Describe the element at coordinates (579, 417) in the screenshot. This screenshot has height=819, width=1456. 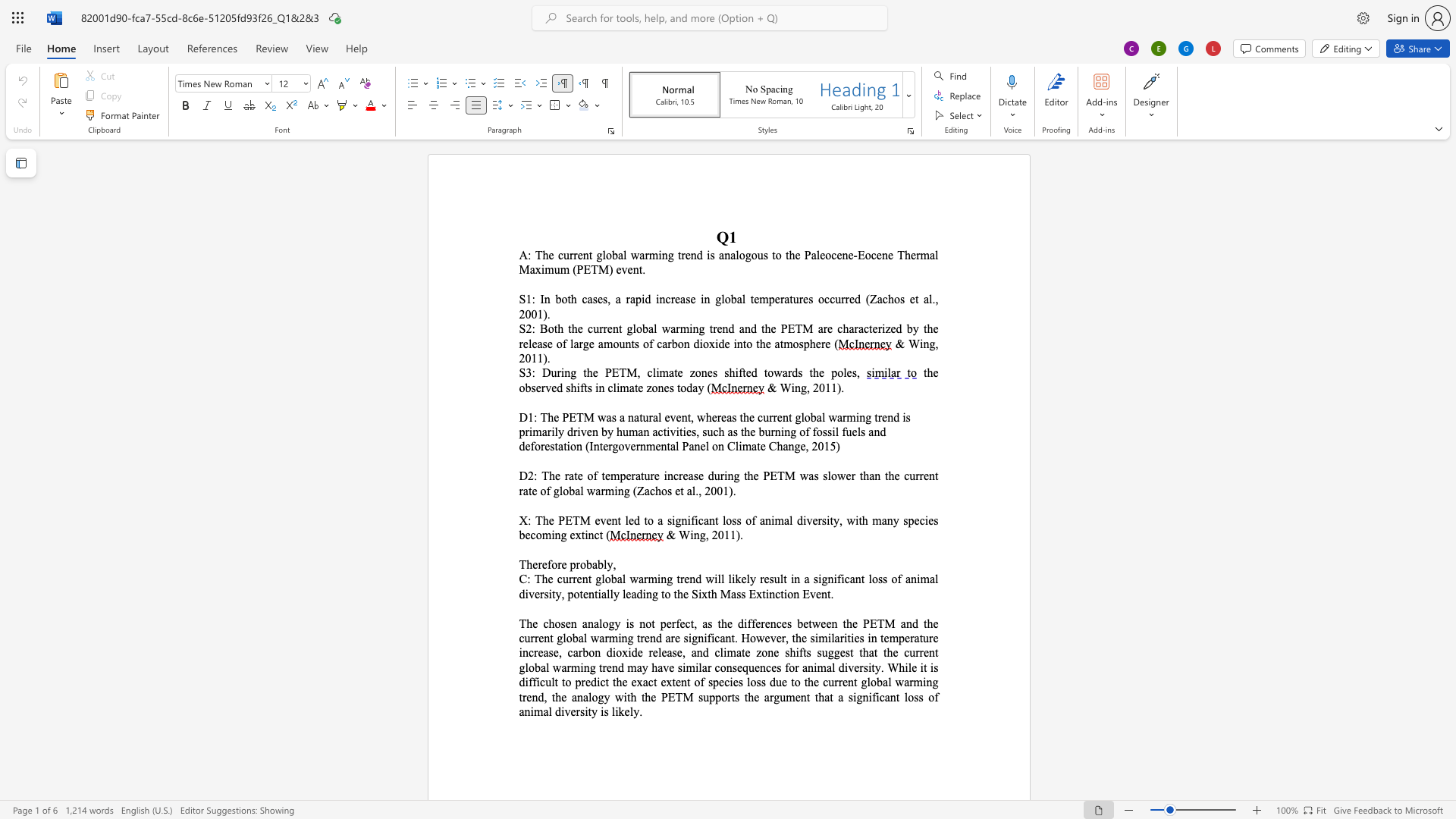
I see `the 2th character "T" in the text` at that location.